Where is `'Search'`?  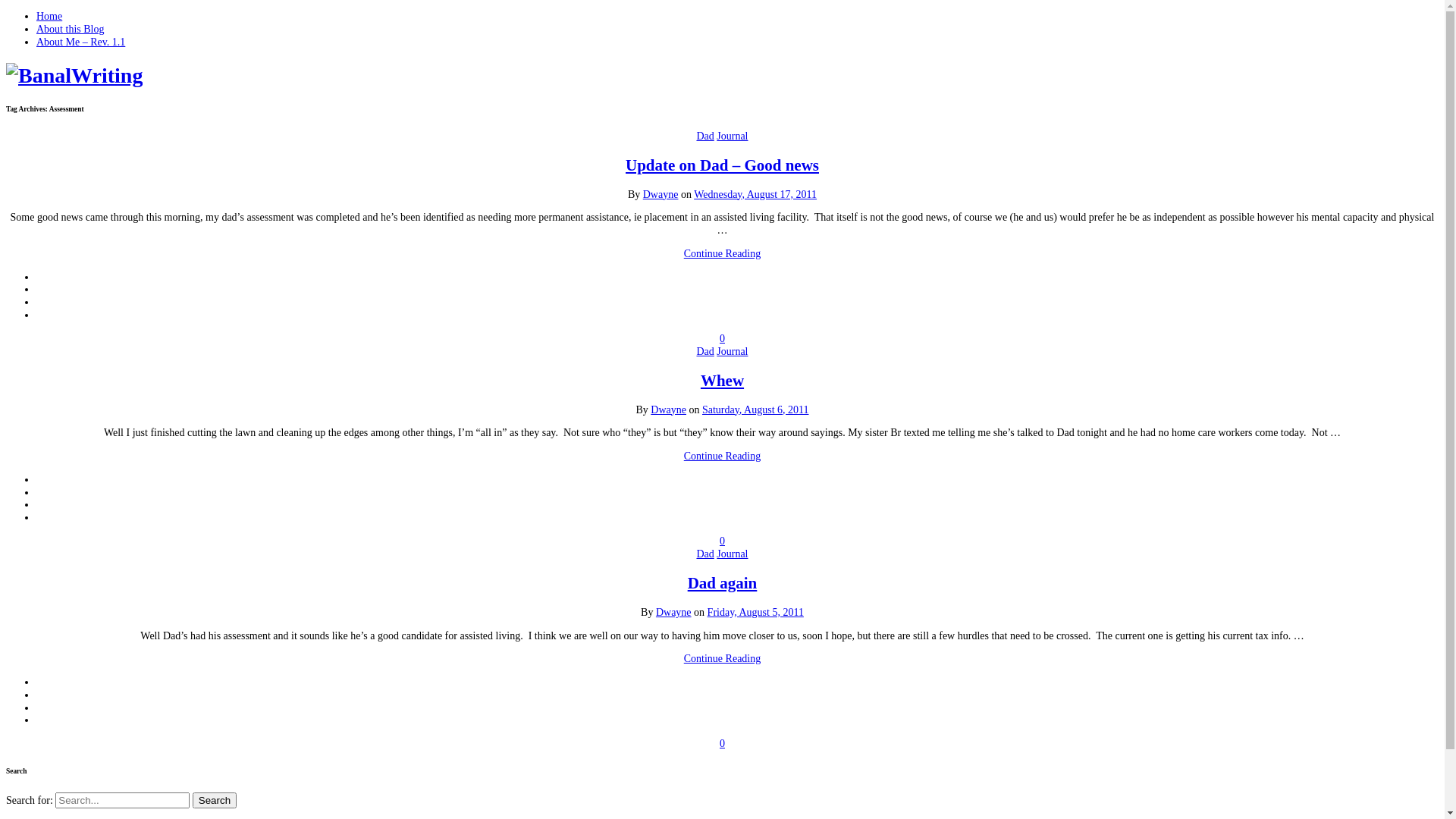
'Search' is located at coordinates (214, 799).